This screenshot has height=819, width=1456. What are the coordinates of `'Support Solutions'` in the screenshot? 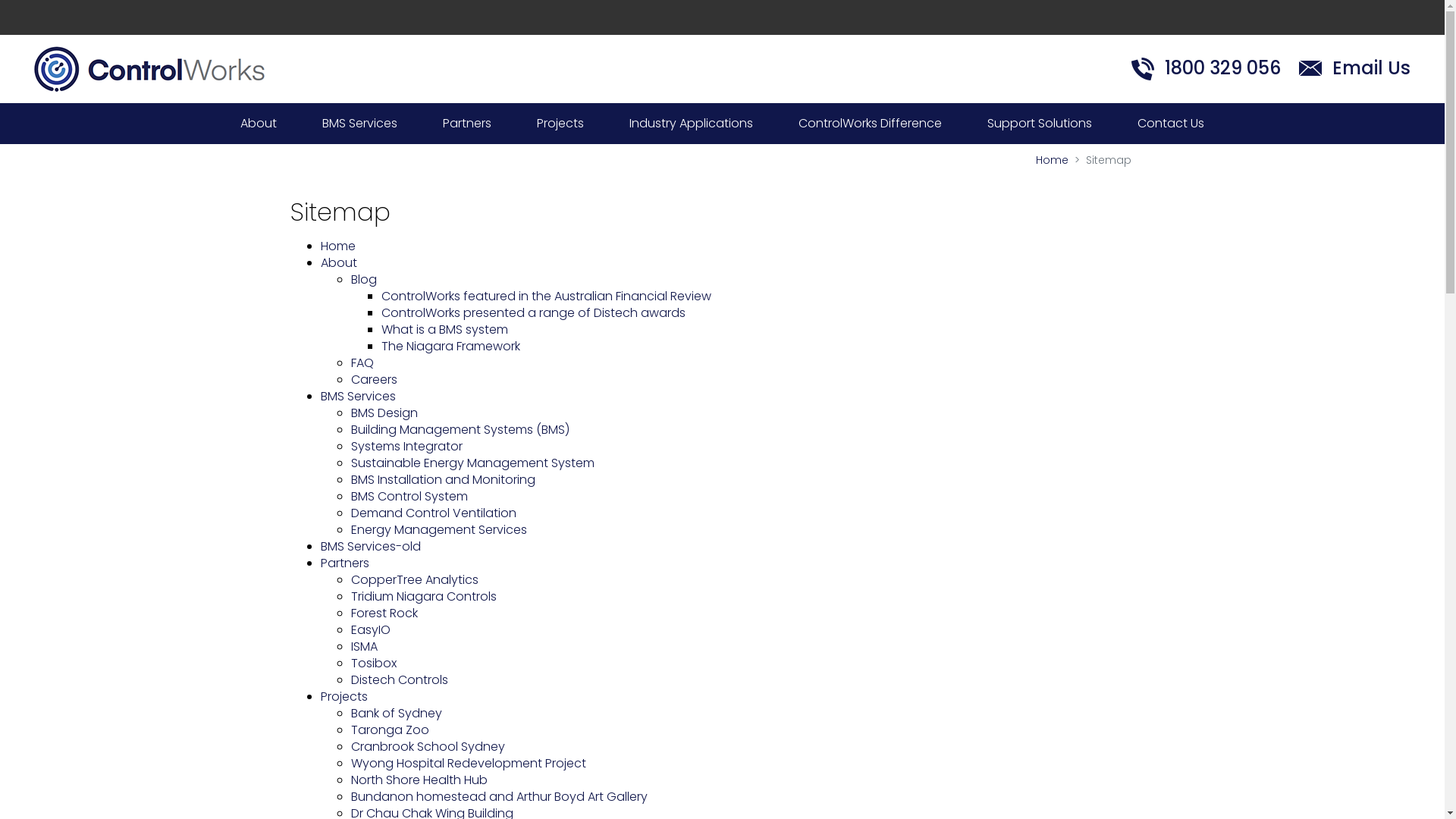 It's located at (1039, 122).